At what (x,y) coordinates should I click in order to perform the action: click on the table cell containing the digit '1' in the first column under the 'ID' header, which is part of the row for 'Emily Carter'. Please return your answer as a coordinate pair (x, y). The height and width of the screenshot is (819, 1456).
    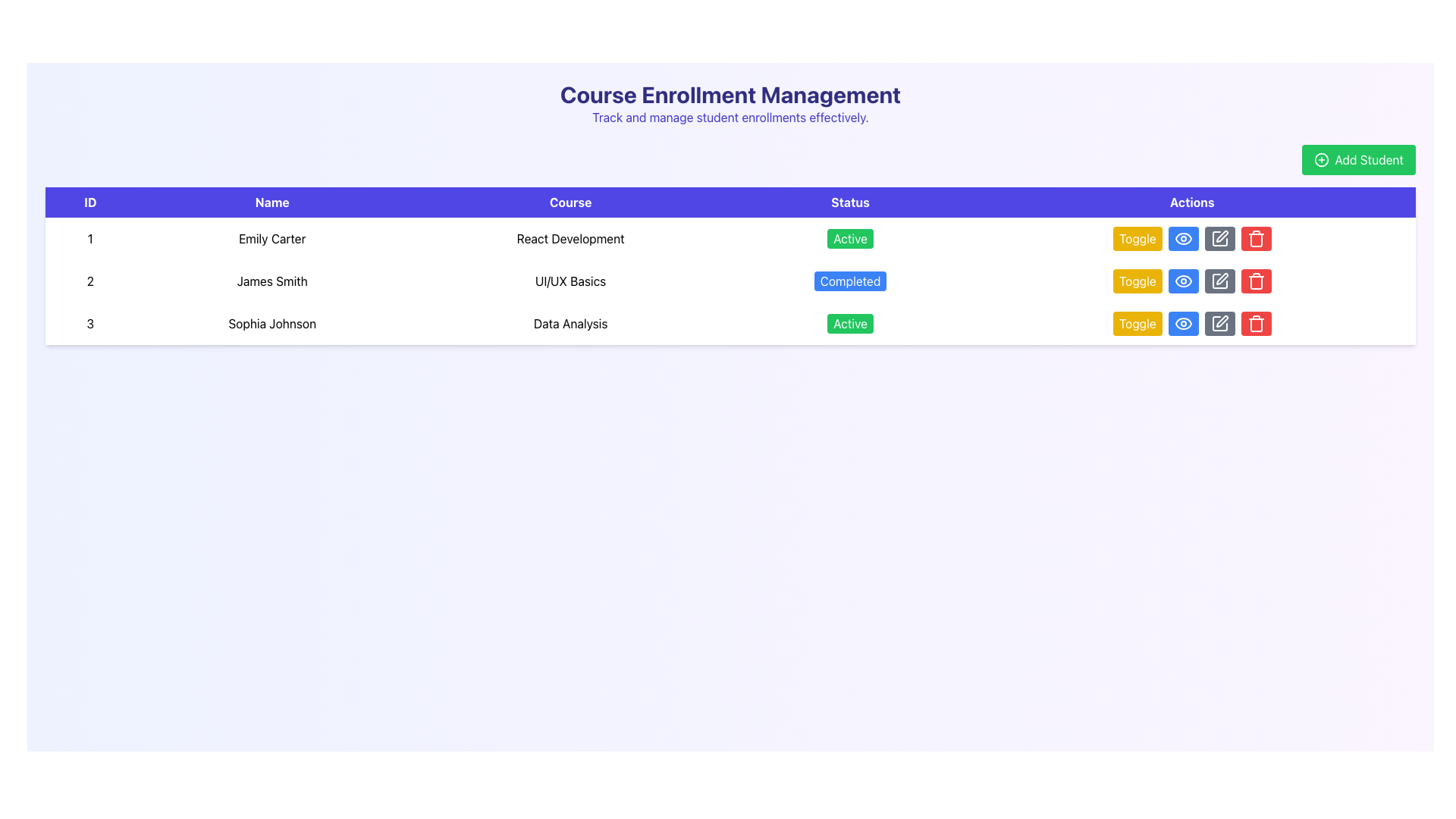
    Looking at the image, I should click on (89, 239).